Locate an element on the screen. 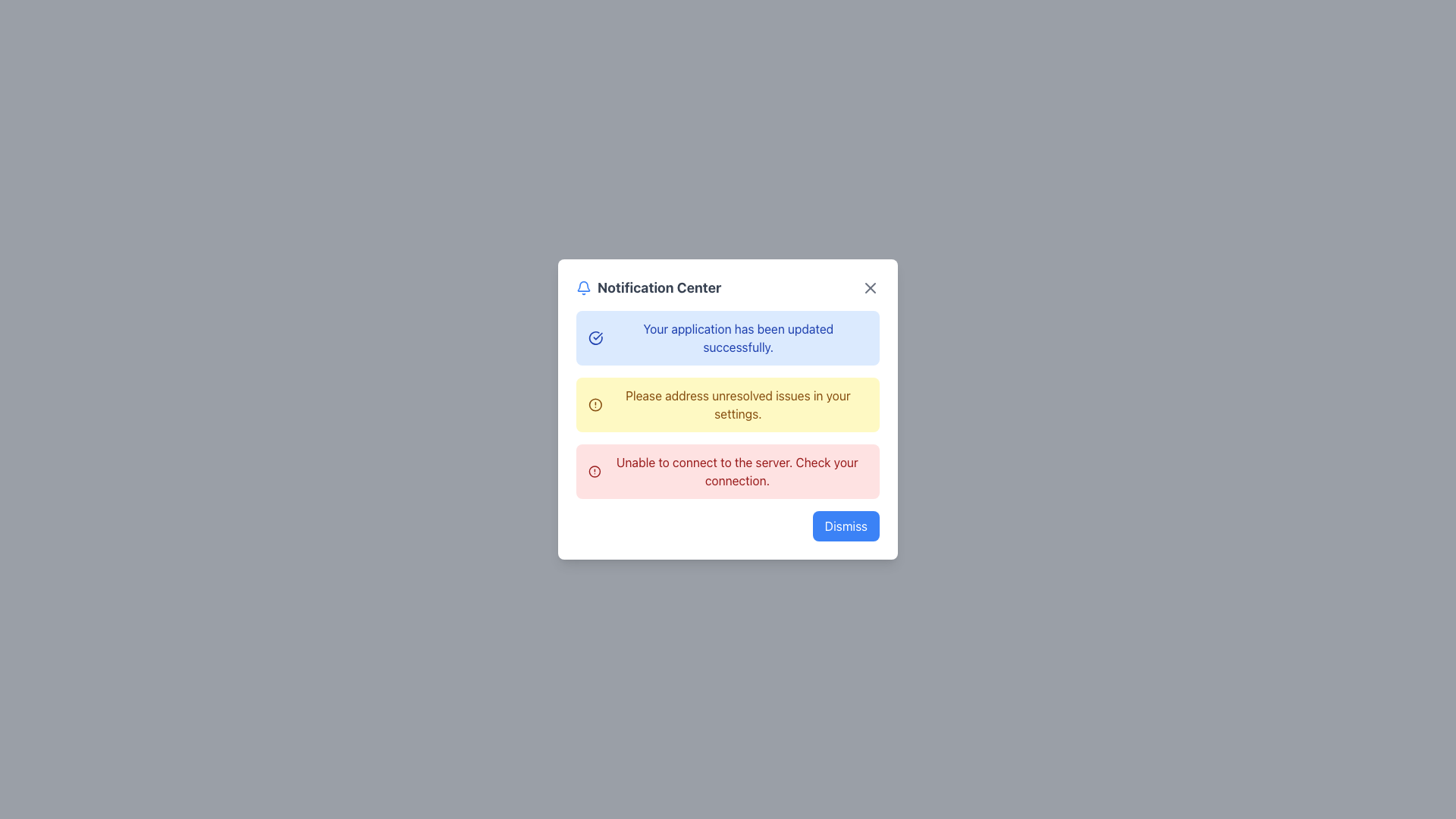 The width and height of the screenshot is (1456, 819). the connectivity issue alert from the Notification box, which is positioned below the yellow notification and above the 'Dismiss' button is located at coordinates (728, 470).